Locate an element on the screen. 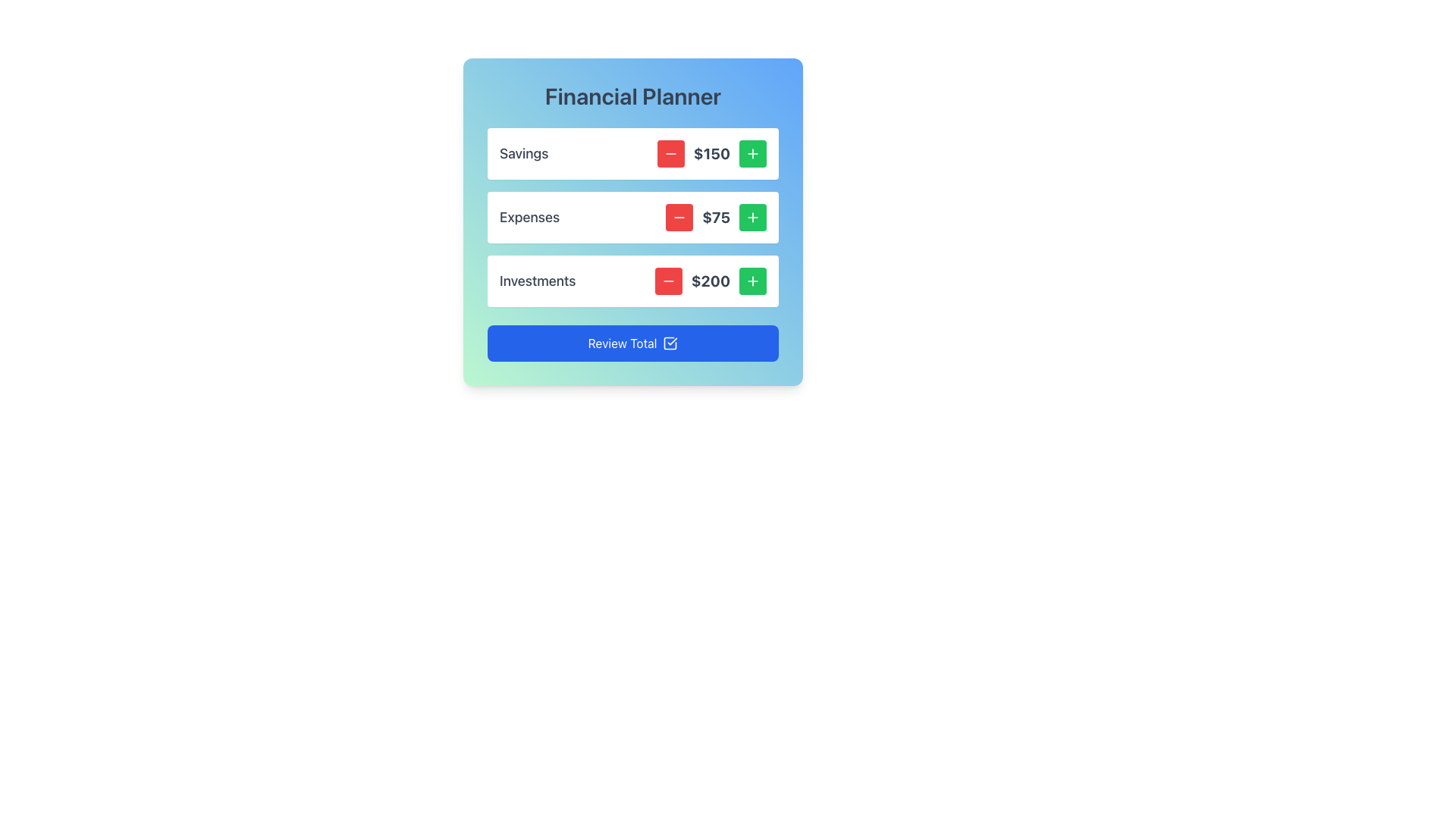 This screenshot has height=819, width=1456. the decrement button located immediately to the left of the text '$75' in the financial planning interface to decrease the value associated with 'Expenses' is located at coordinates (679, 217).